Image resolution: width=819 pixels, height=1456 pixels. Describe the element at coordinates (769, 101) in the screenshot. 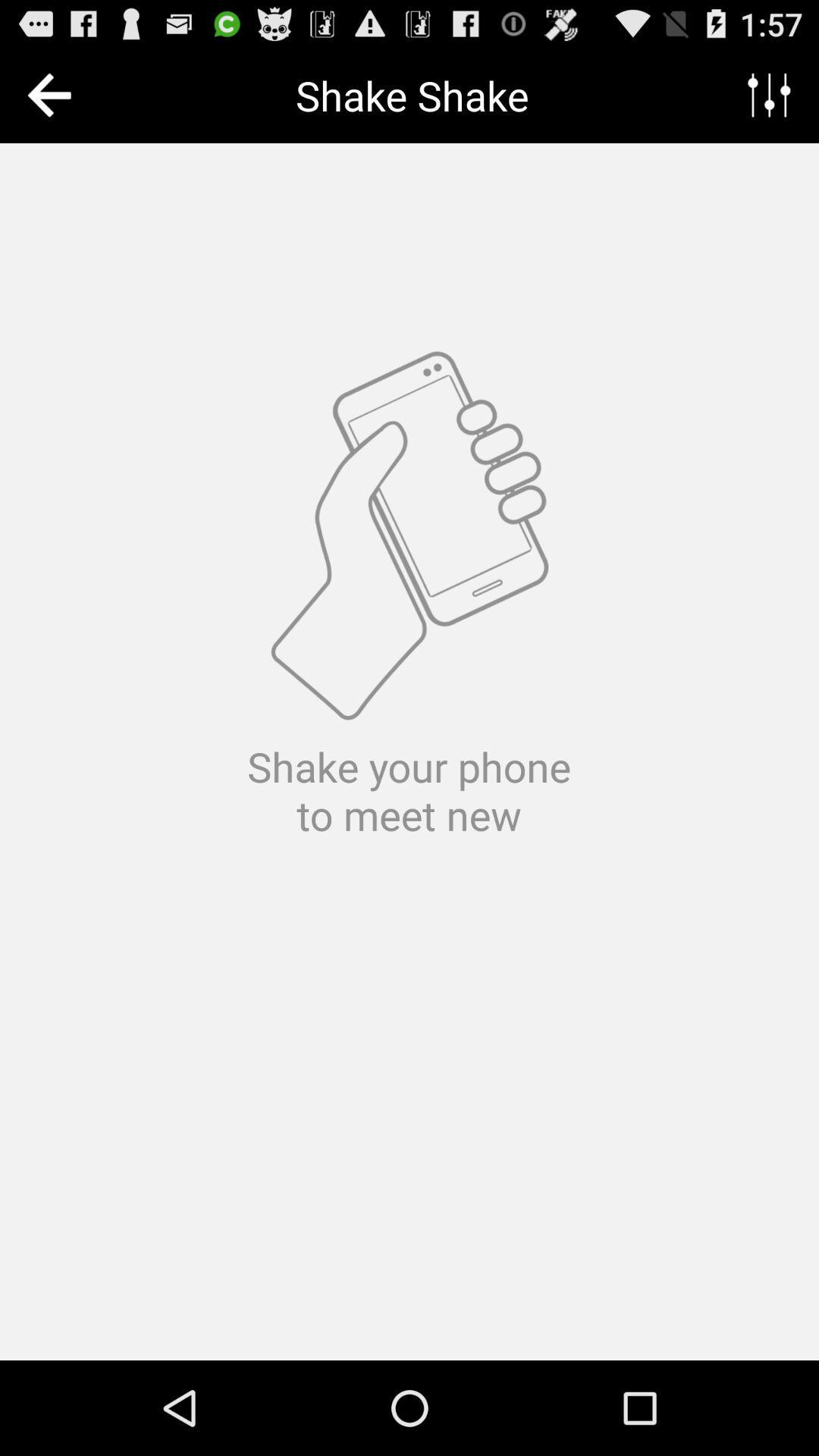

I see `the sliders icon` at that location.